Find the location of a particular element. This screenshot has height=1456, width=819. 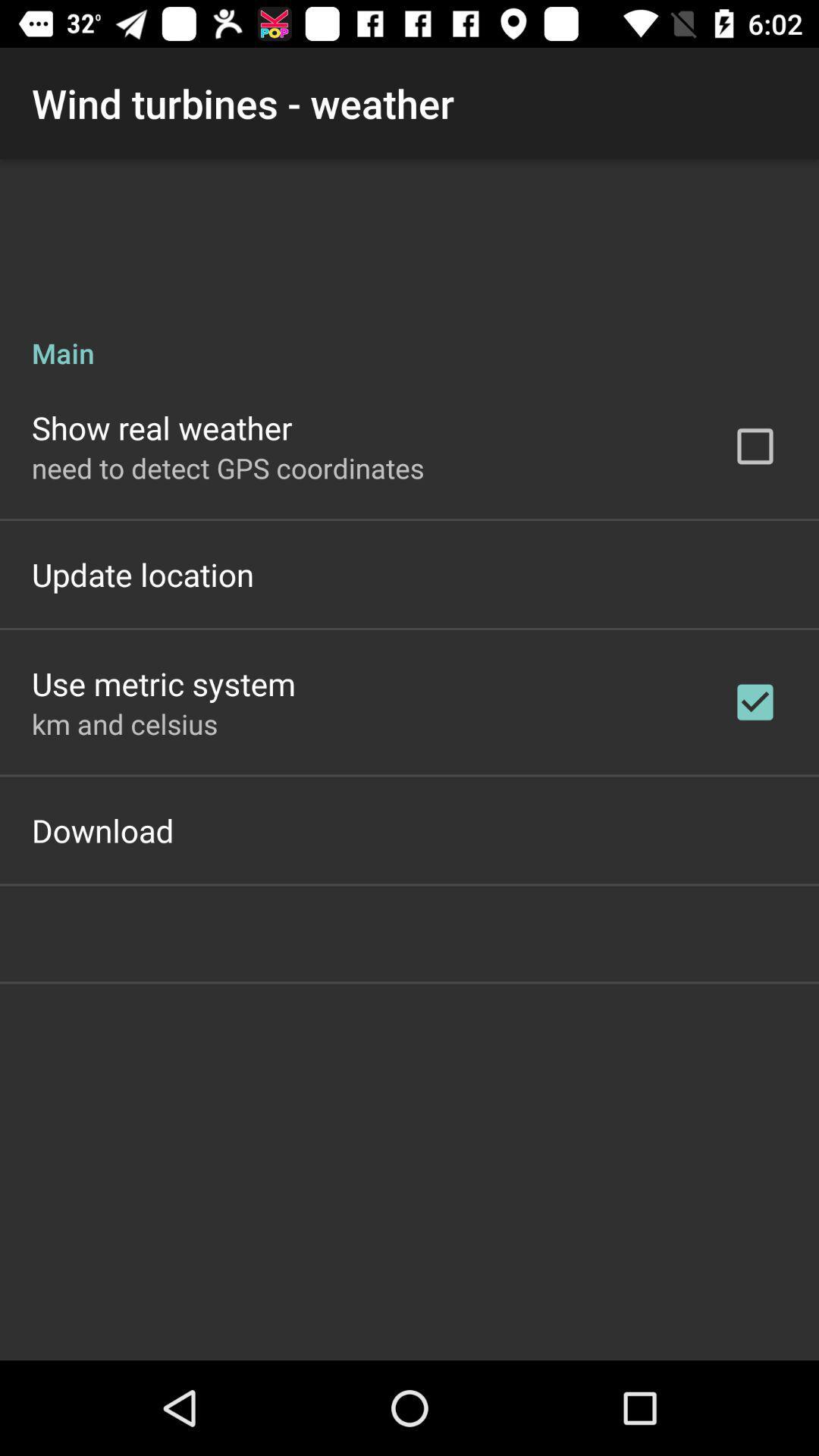

app below need to detect app is located at coordinates (143, 573).